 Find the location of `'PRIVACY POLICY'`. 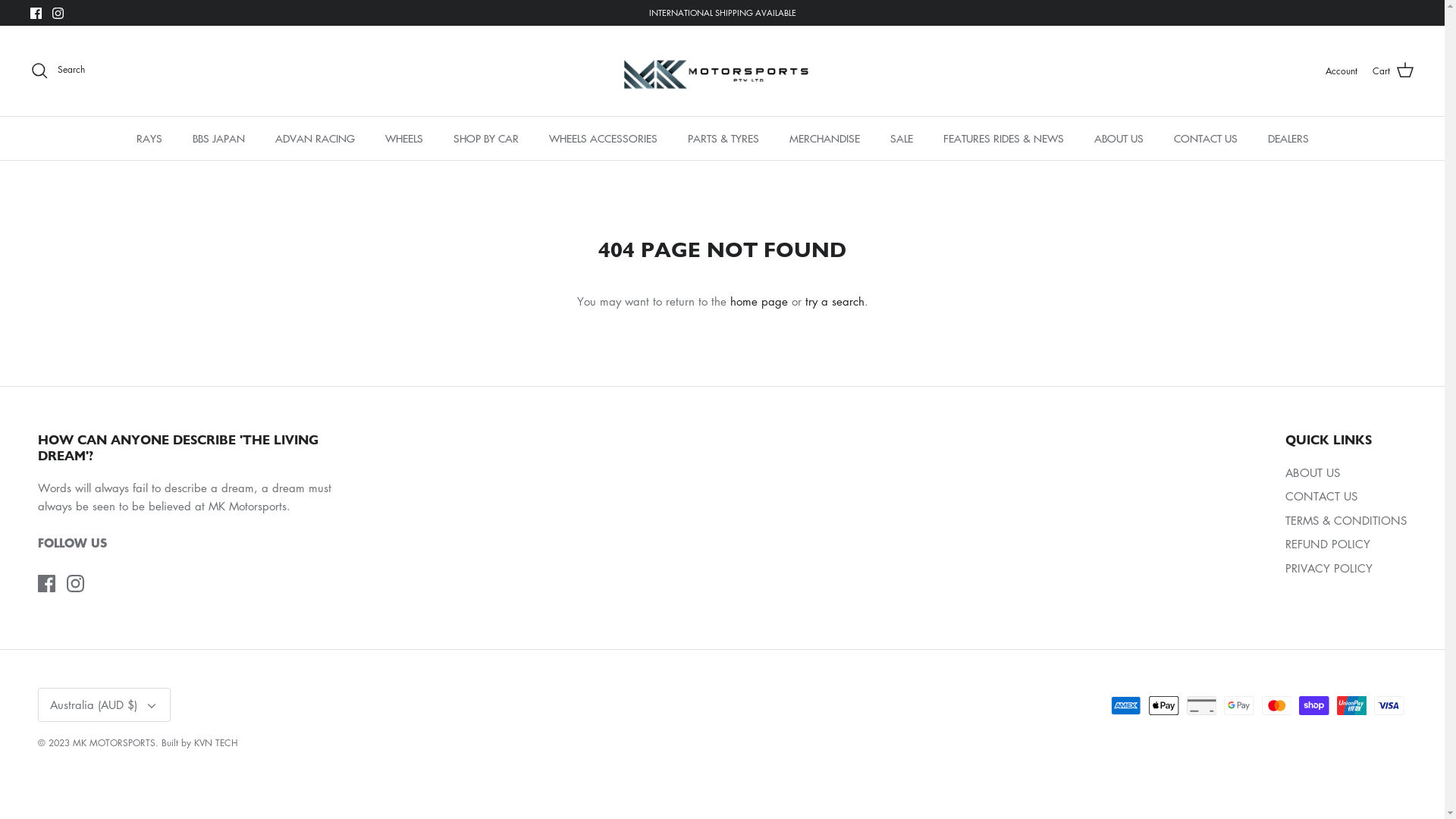

'PRIVACY POLICY' is located at coordinates (1328, 567).